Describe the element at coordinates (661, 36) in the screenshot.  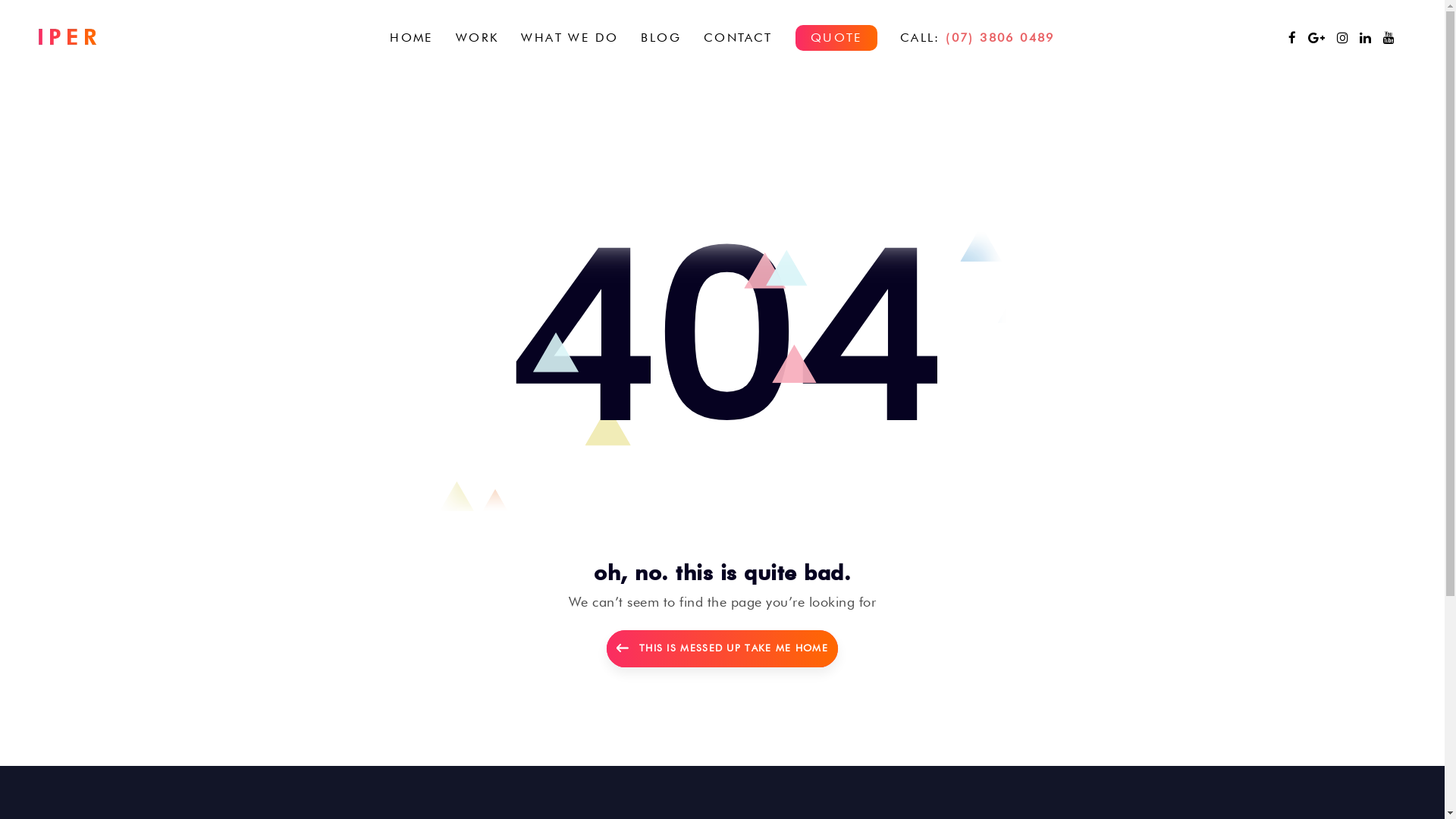
I see `'BLOG'` at that location.